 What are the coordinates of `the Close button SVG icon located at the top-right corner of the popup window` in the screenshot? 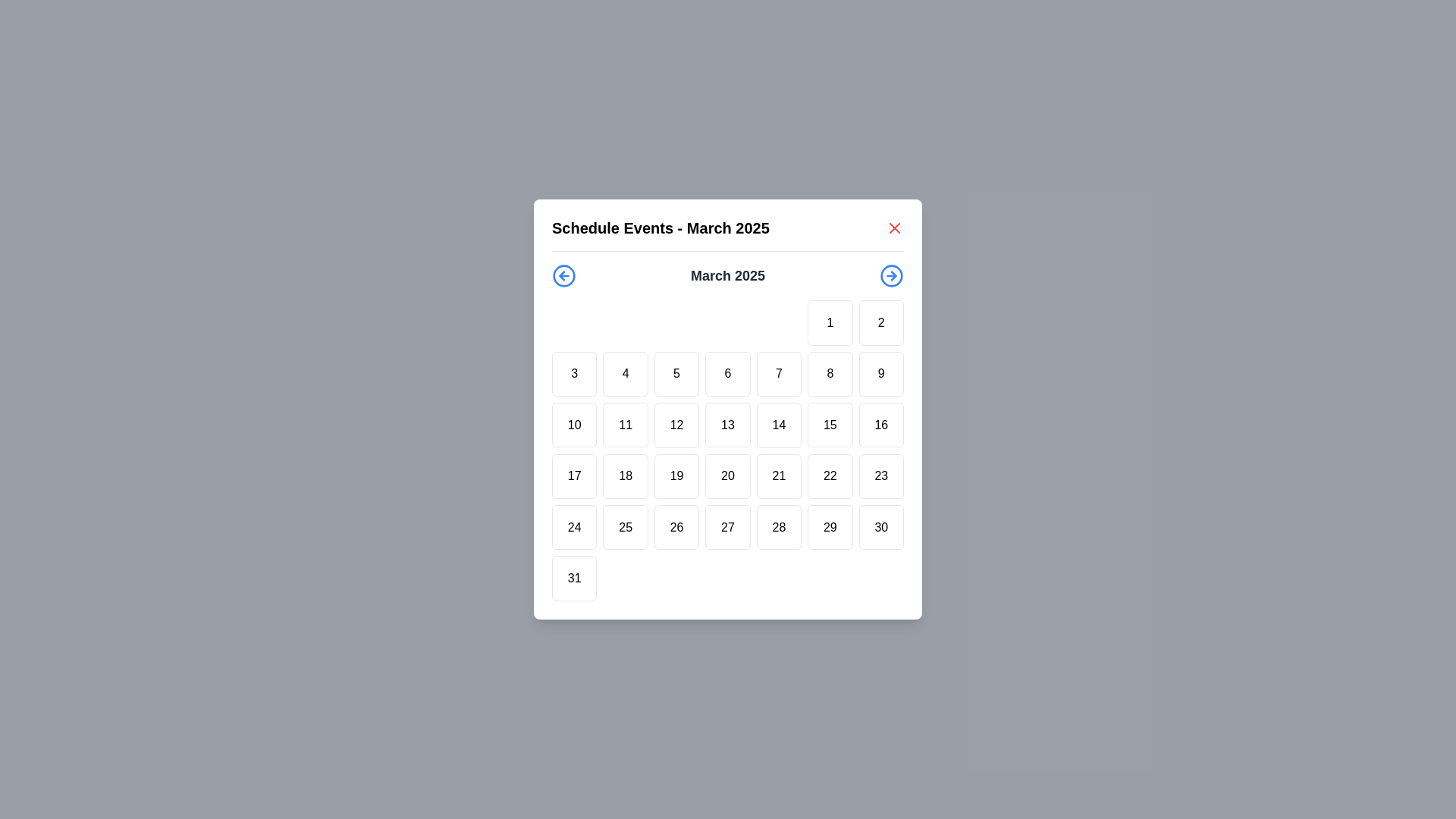 It's located at (895, 227).